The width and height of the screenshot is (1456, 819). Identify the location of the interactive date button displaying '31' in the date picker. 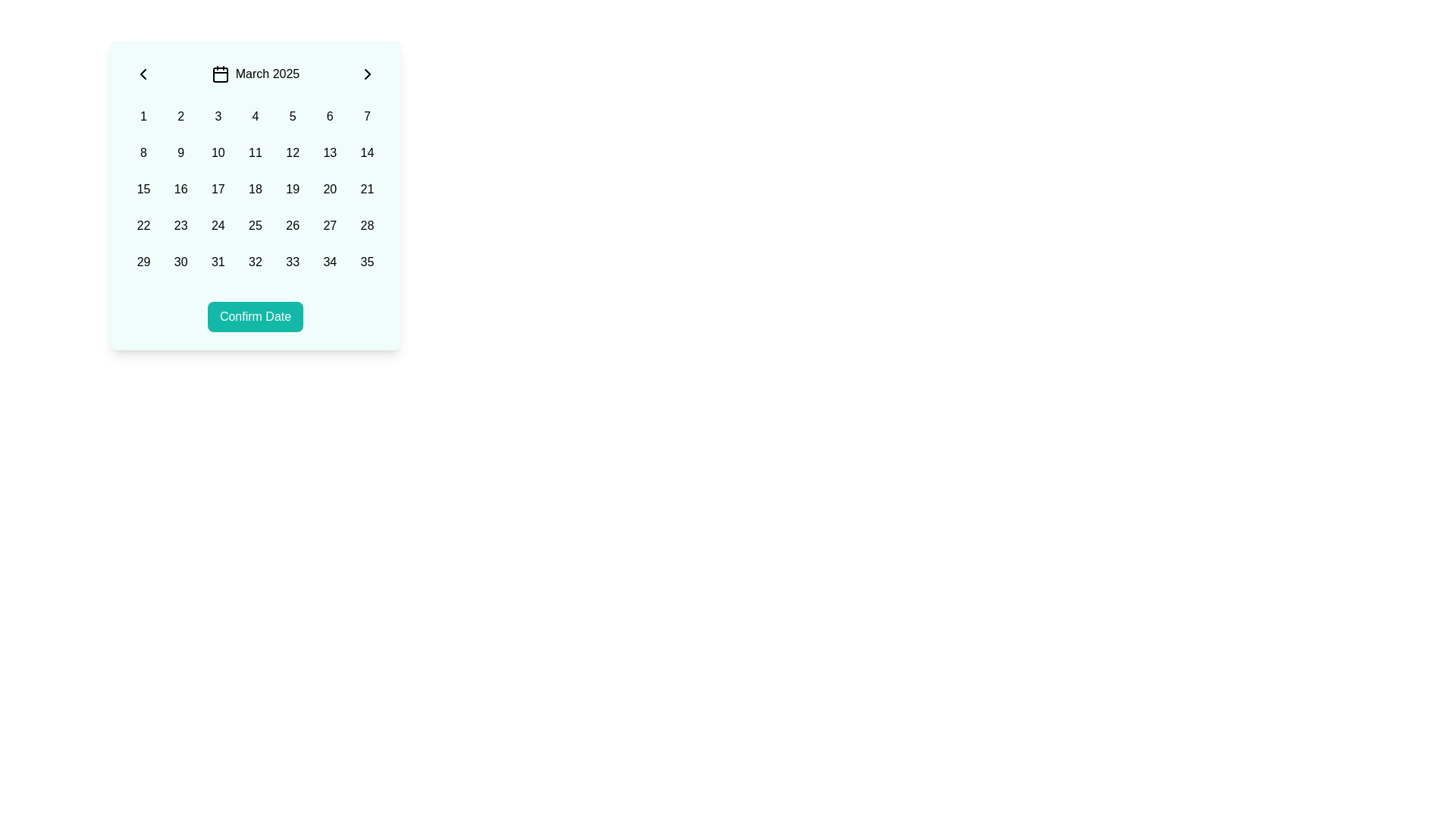
(217, 262).